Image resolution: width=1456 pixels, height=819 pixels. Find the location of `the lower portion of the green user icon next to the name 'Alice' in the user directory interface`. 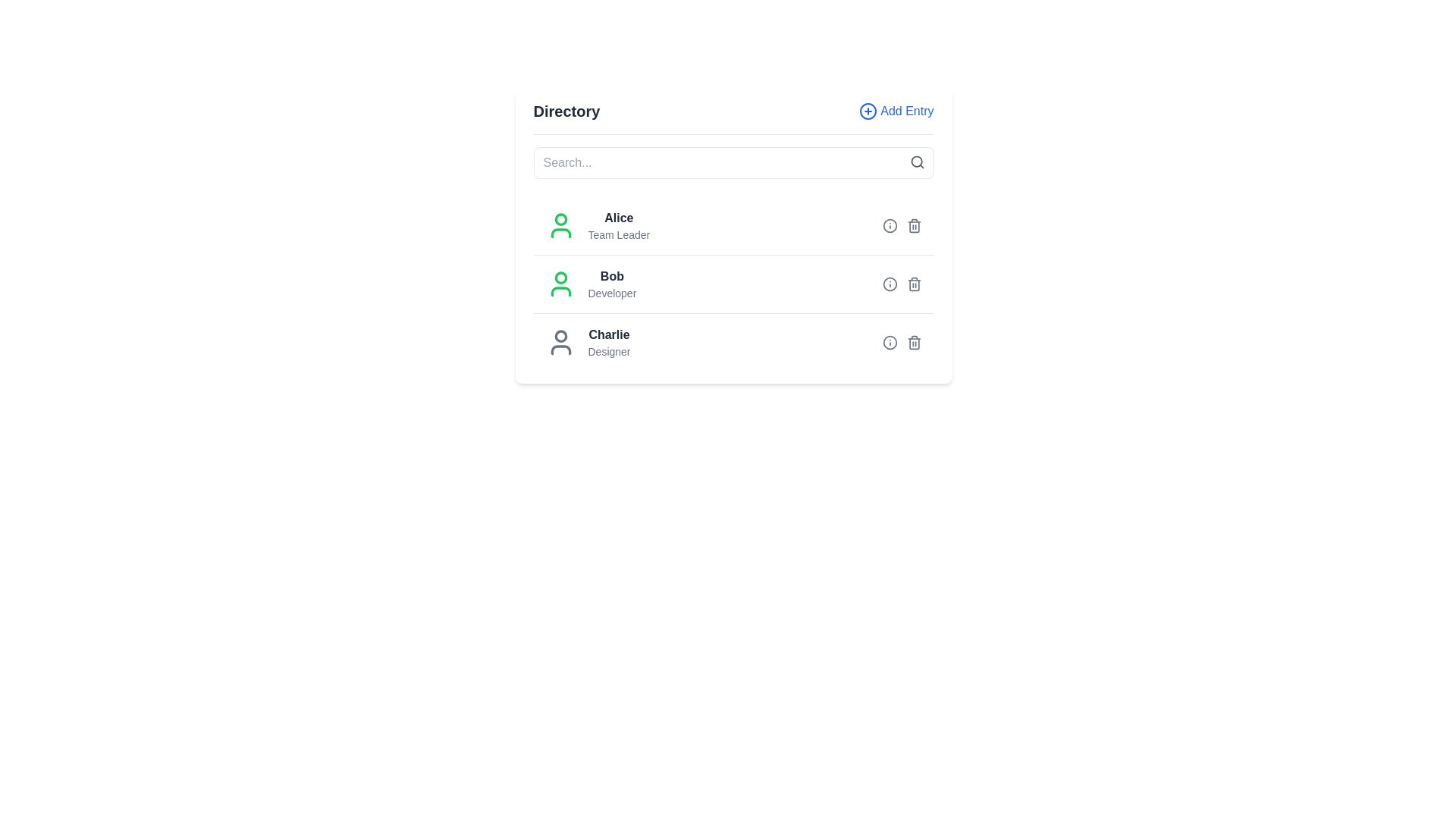

the lower portion of the green user icon next to the name 'Alice' in the user directory interface is located at coordinates (560, 234).